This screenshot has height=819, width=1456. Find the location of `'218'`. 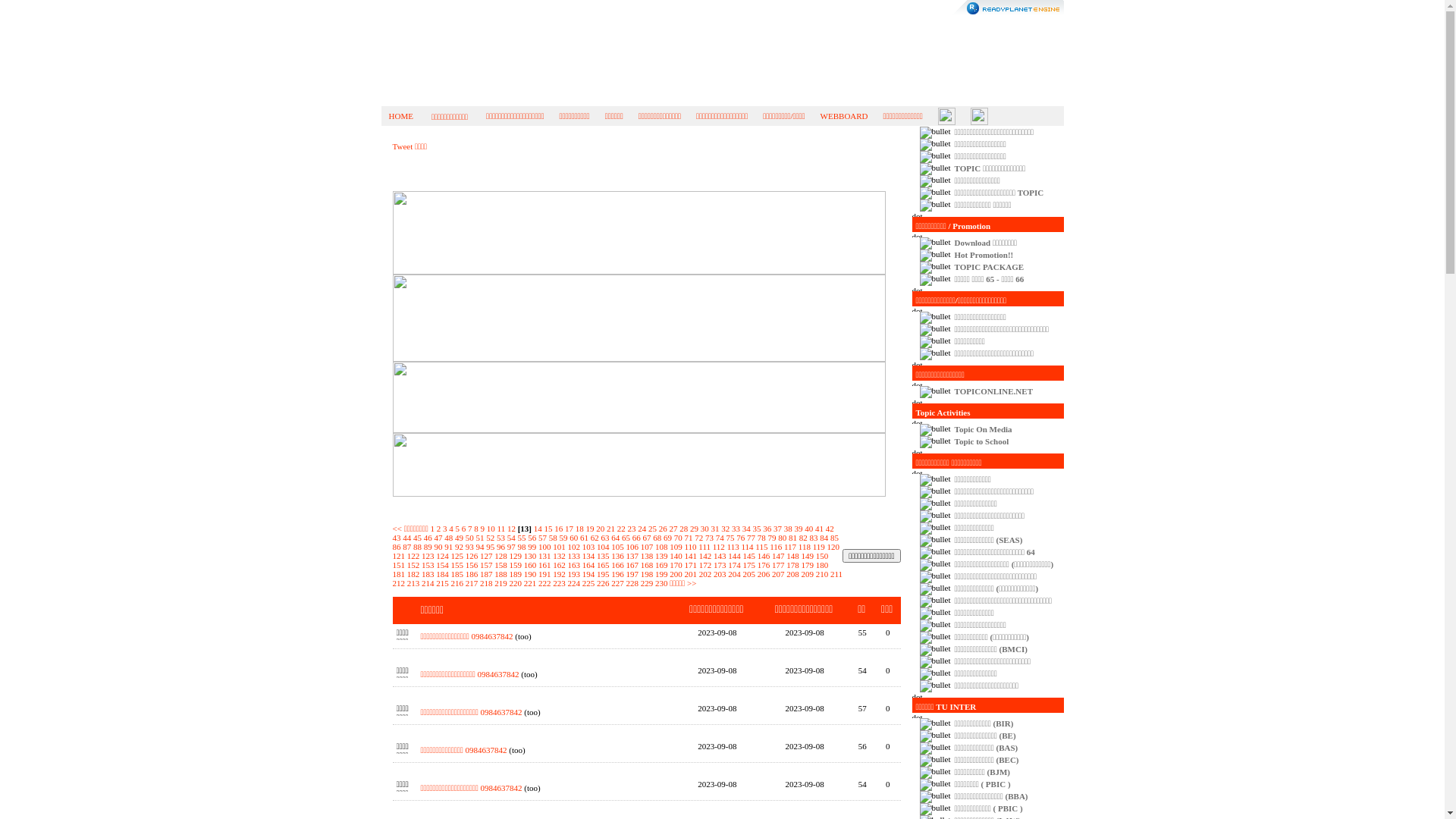

'218' is located at coordinates (486, 582).